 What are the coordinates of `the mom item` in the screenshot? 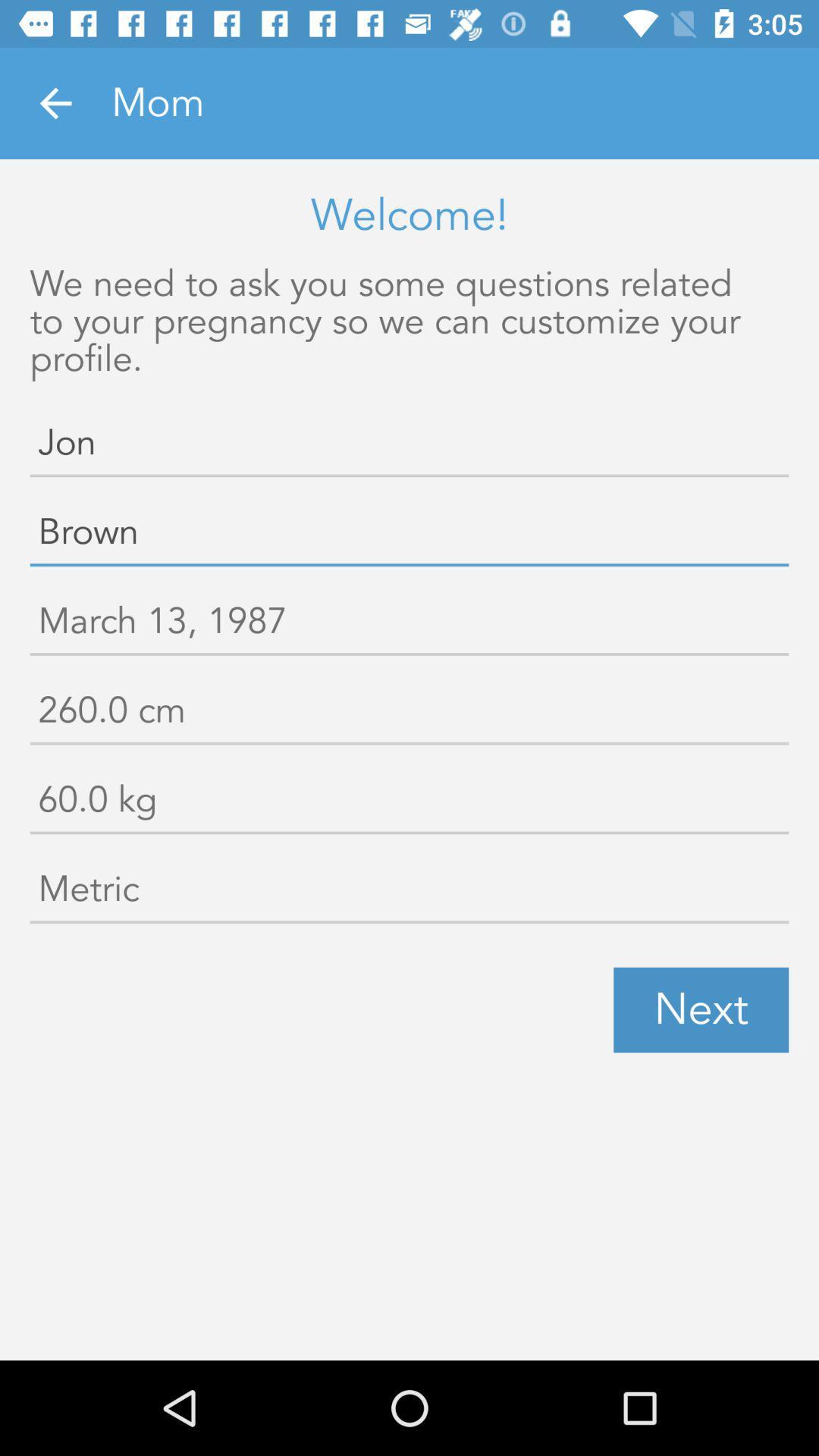 It's located at (464, 102).